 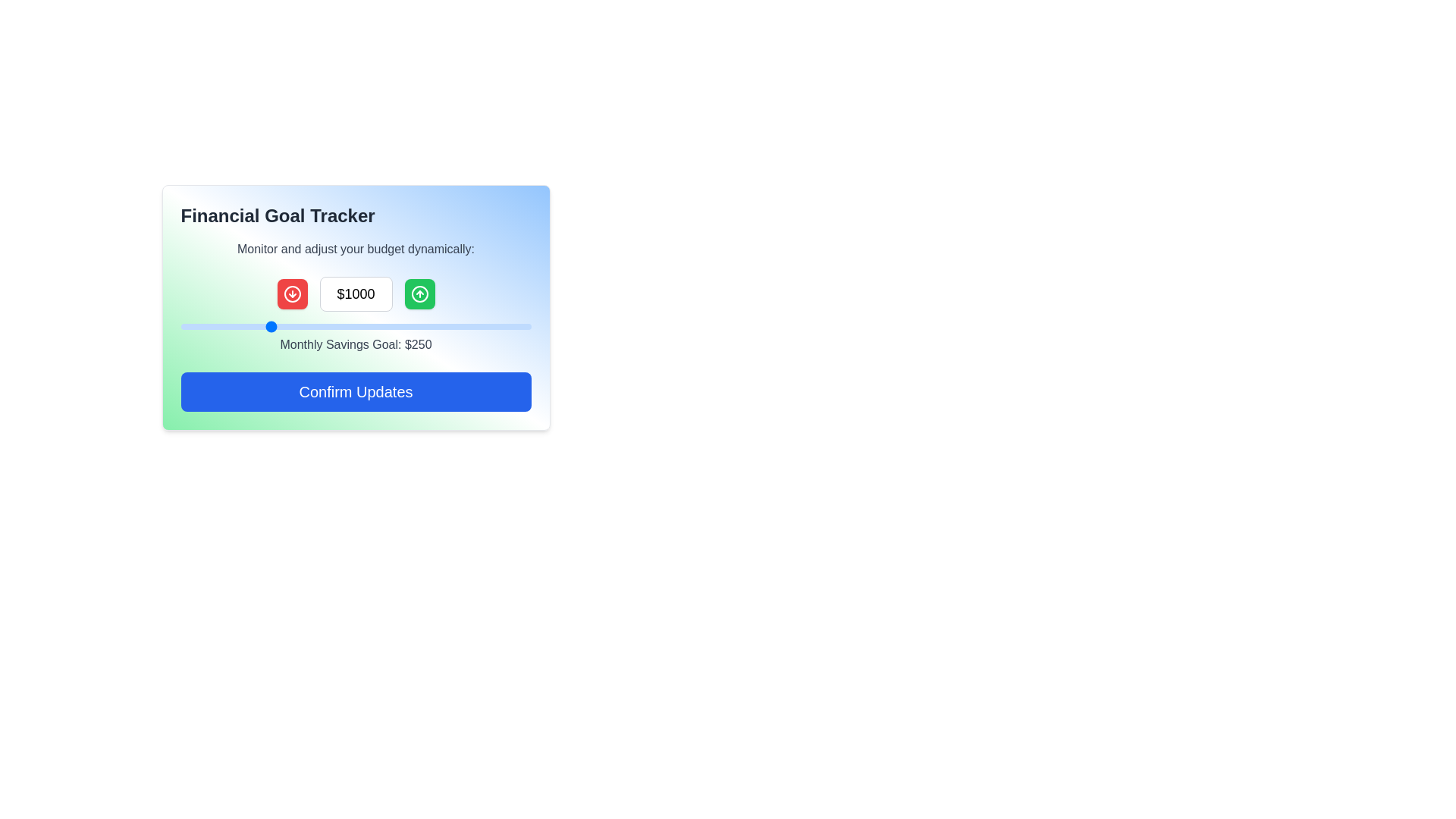 I want to click on the circular red icon with a downward pointing white arrow that is located within a red button, positioned to the left of a white text box displaying '$1000', so click(x=292, y=294).